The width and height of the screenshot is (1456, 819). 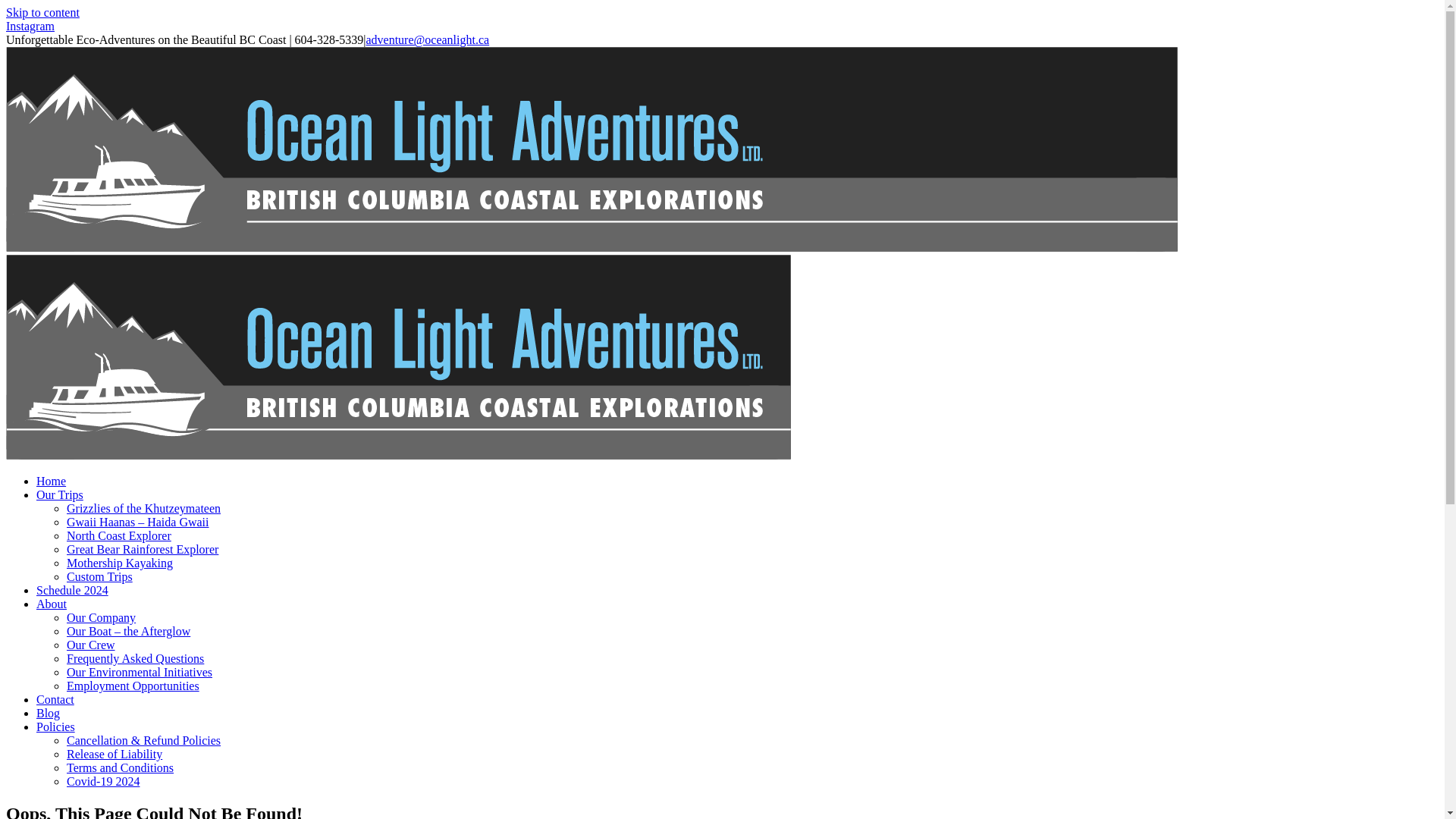 I want to click on 'Cancellation & Refund Policies', so click(x=143, y=739).